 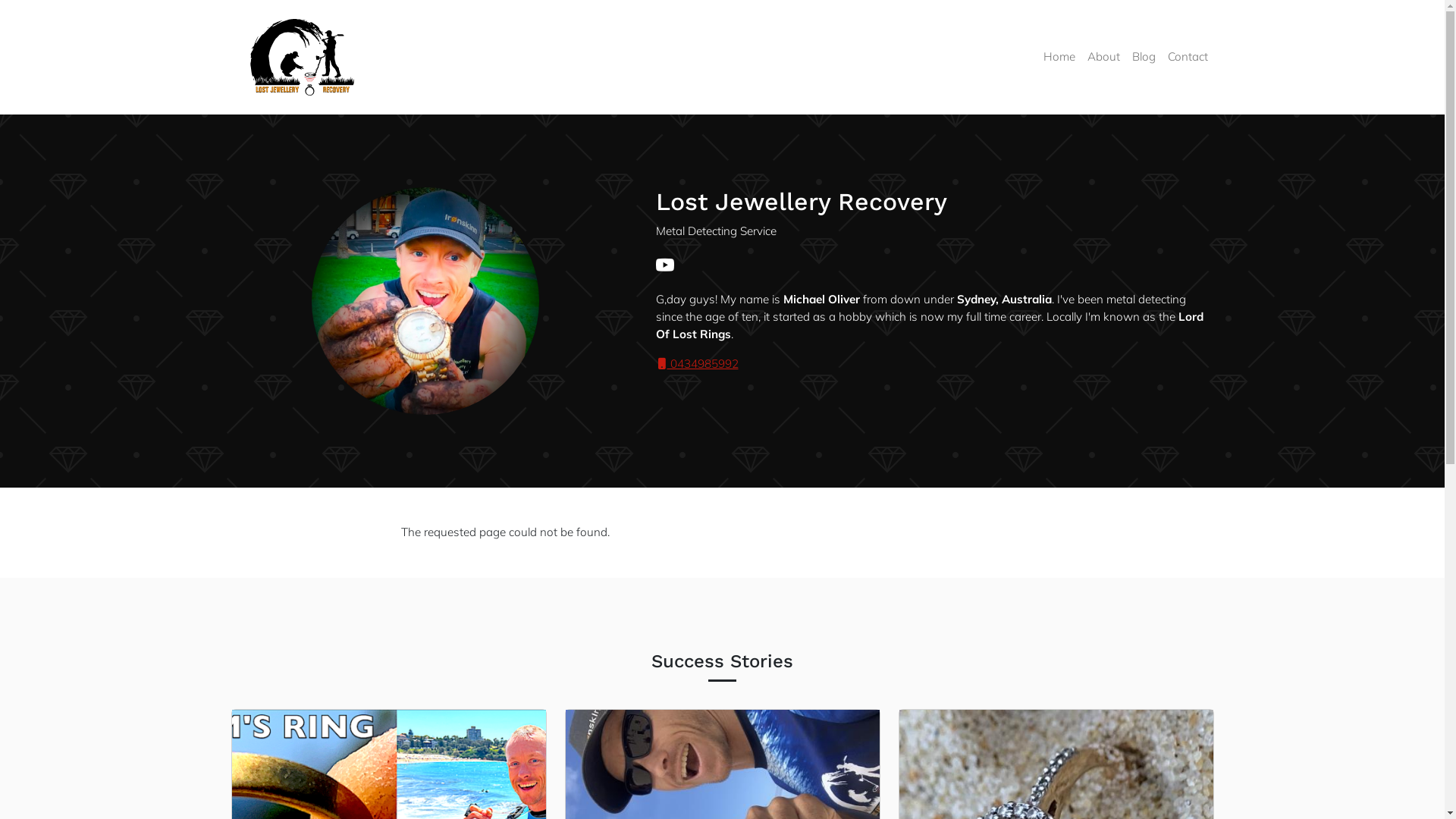 What do you see at coordinates (307, 56) in the screenshot?
I see `'Home'` at bounding box center [307, 56].